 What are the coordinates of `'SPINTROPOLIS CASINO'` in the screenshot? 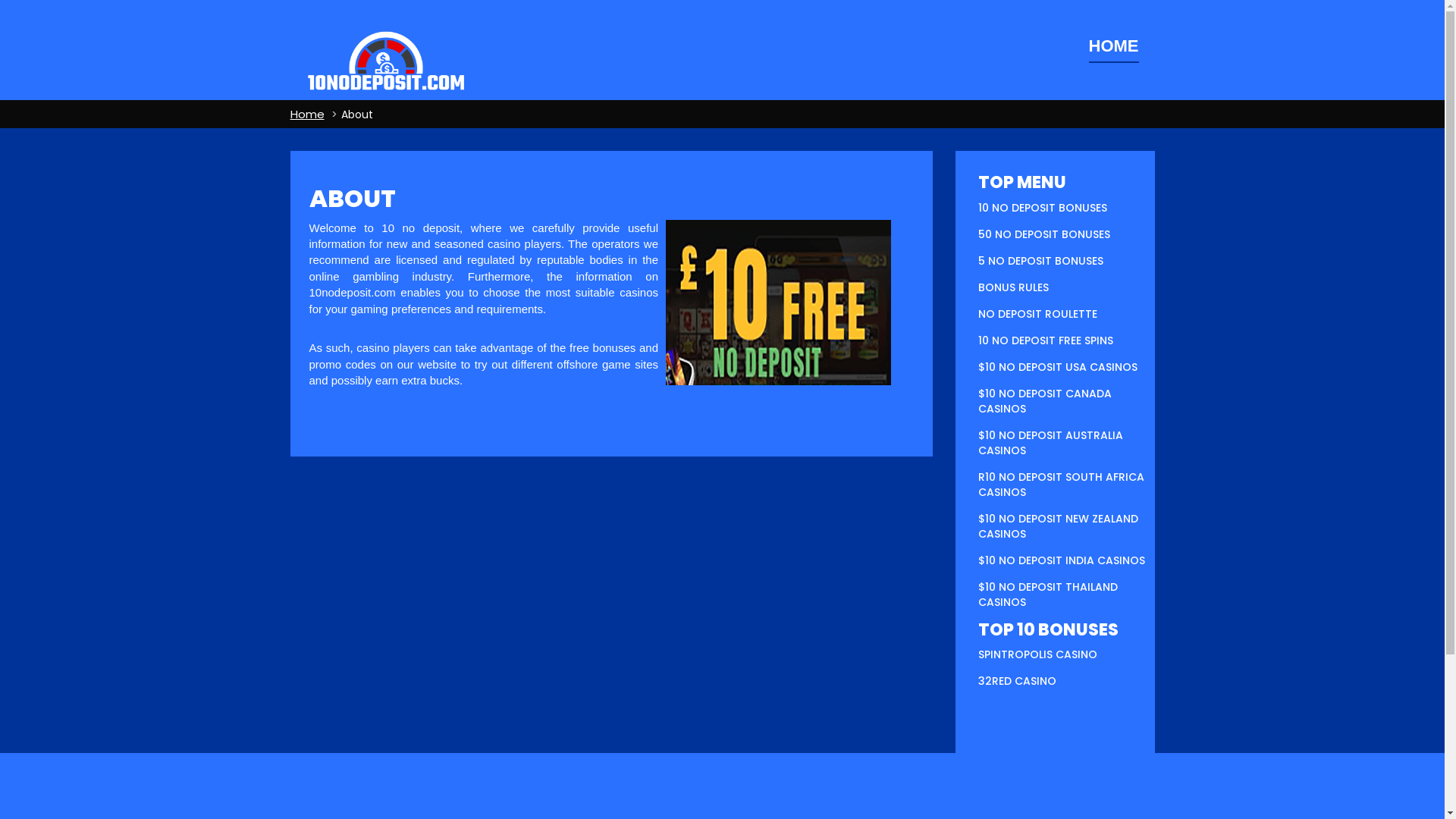 It's located at (1037, 654).